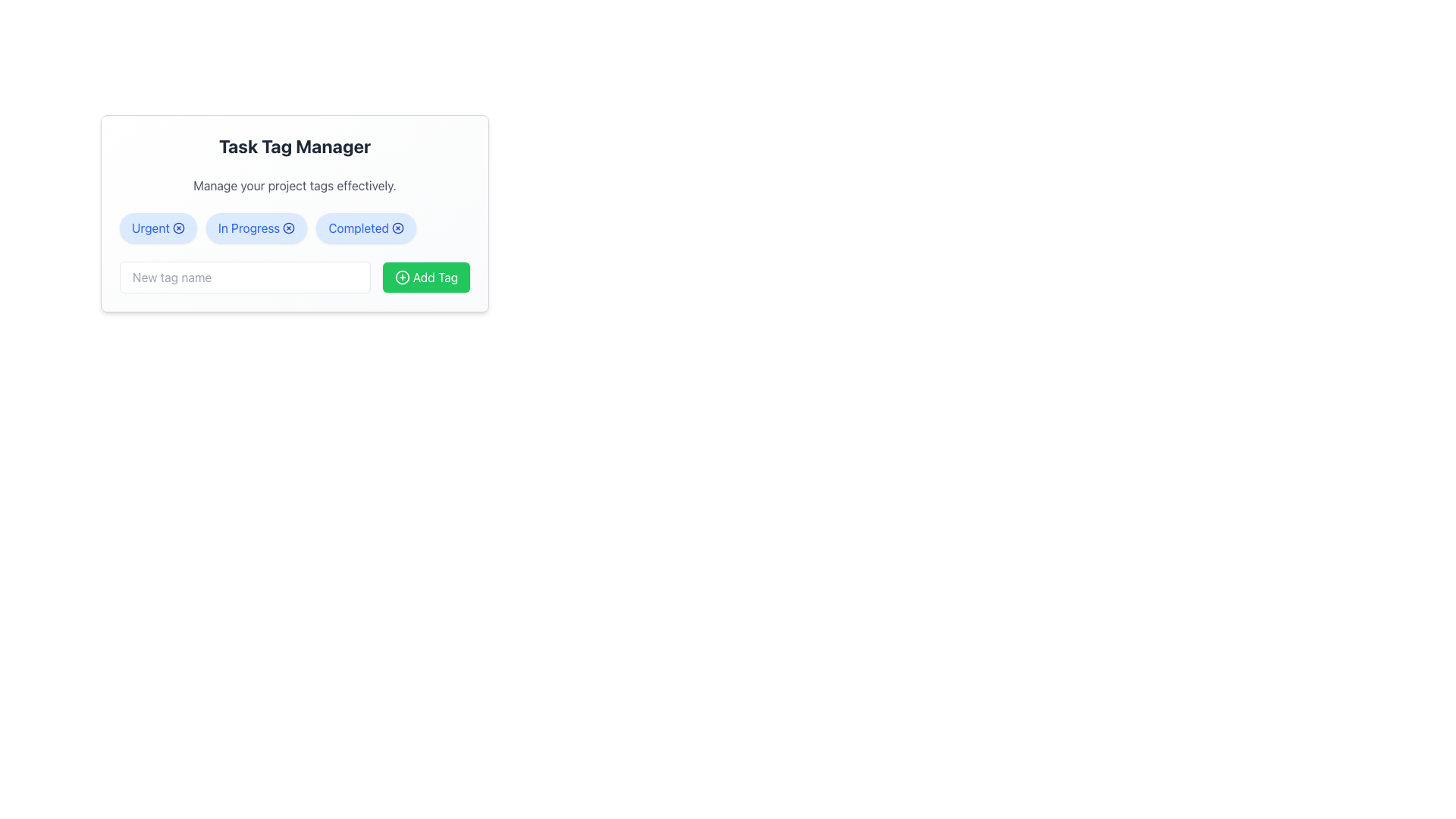 The height and width of the screenshot is (819, 1456). Describe the element at coordinates (289, 227) in the screenshot. I see `the blue circular icon with a cross inside, which is located in the central area of the interface, aligned with the 'In Progress' tag` at that location.